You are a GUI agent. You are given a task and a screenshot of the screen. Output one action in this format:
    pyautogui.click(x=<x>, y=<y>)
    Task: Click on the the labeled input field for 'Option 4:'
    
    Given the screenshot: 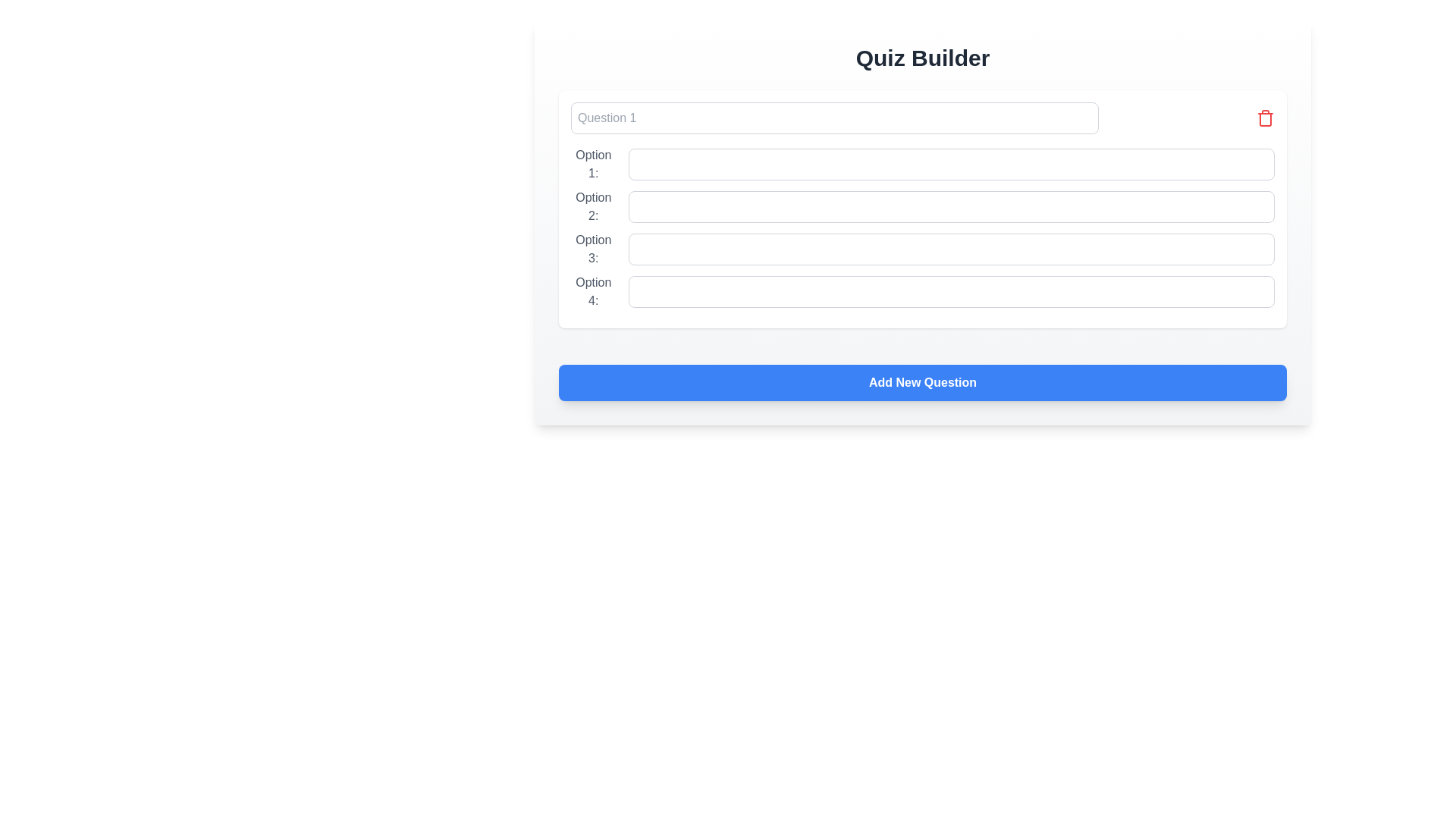 What is the action you would take?
    pyautogui.click(x=922, y=292)
    